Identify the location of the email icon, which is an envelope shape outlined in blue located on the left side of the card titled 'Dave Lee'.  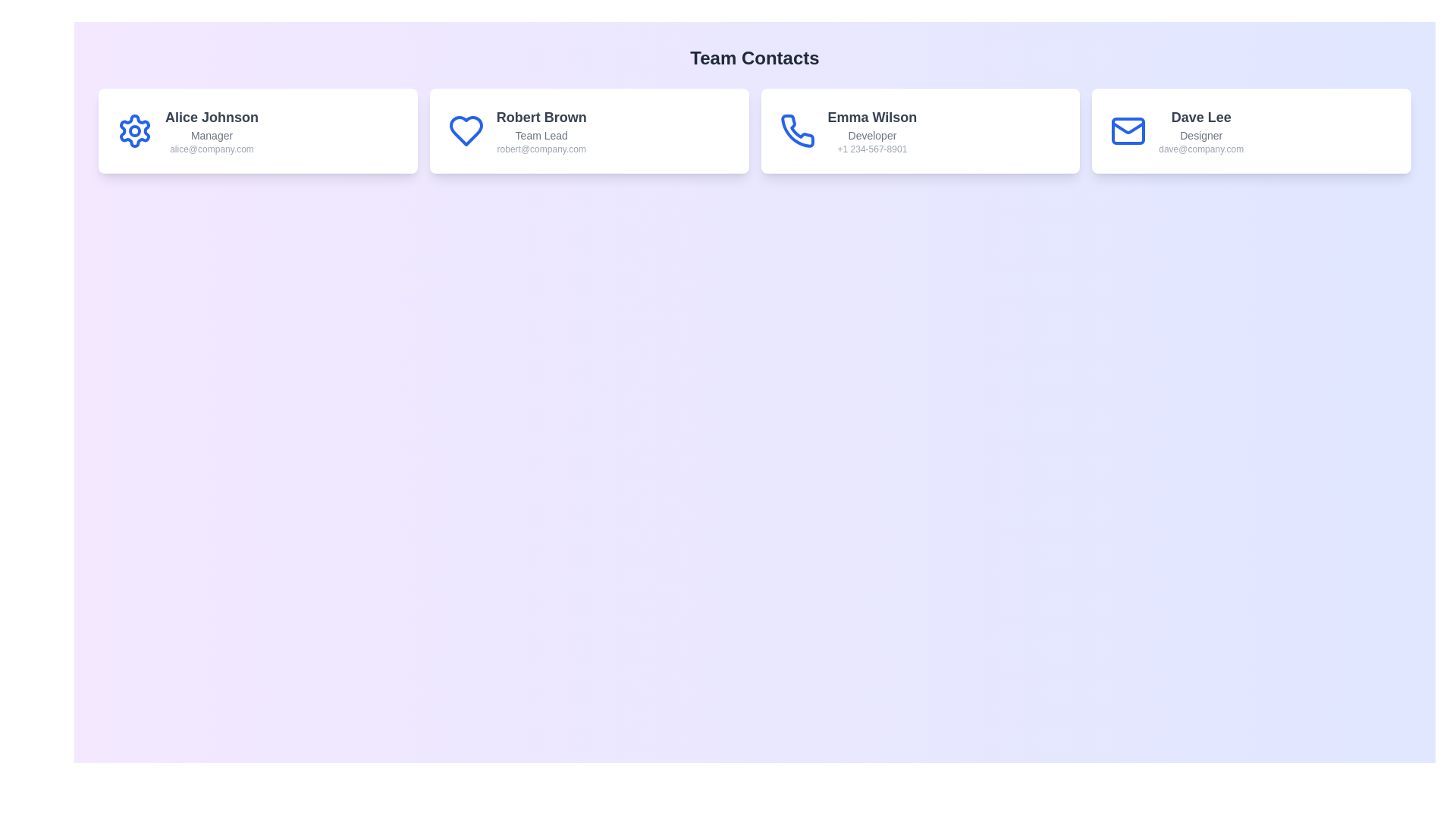
(1128, 130).